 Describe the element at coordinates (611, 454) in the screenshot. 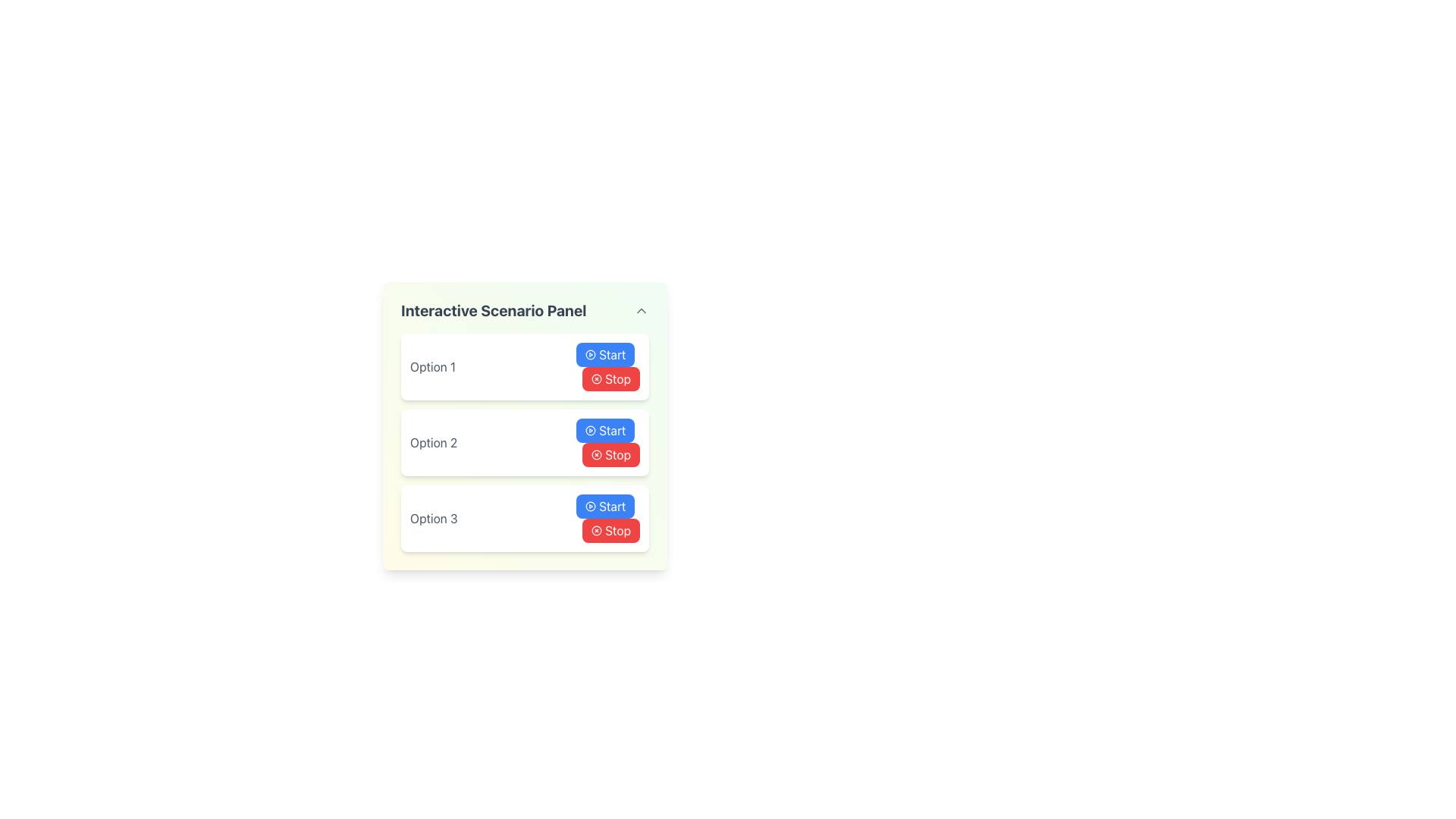

I see `the red 'Stop' button with white text and a circular icon with a white cross on the left` at that location.